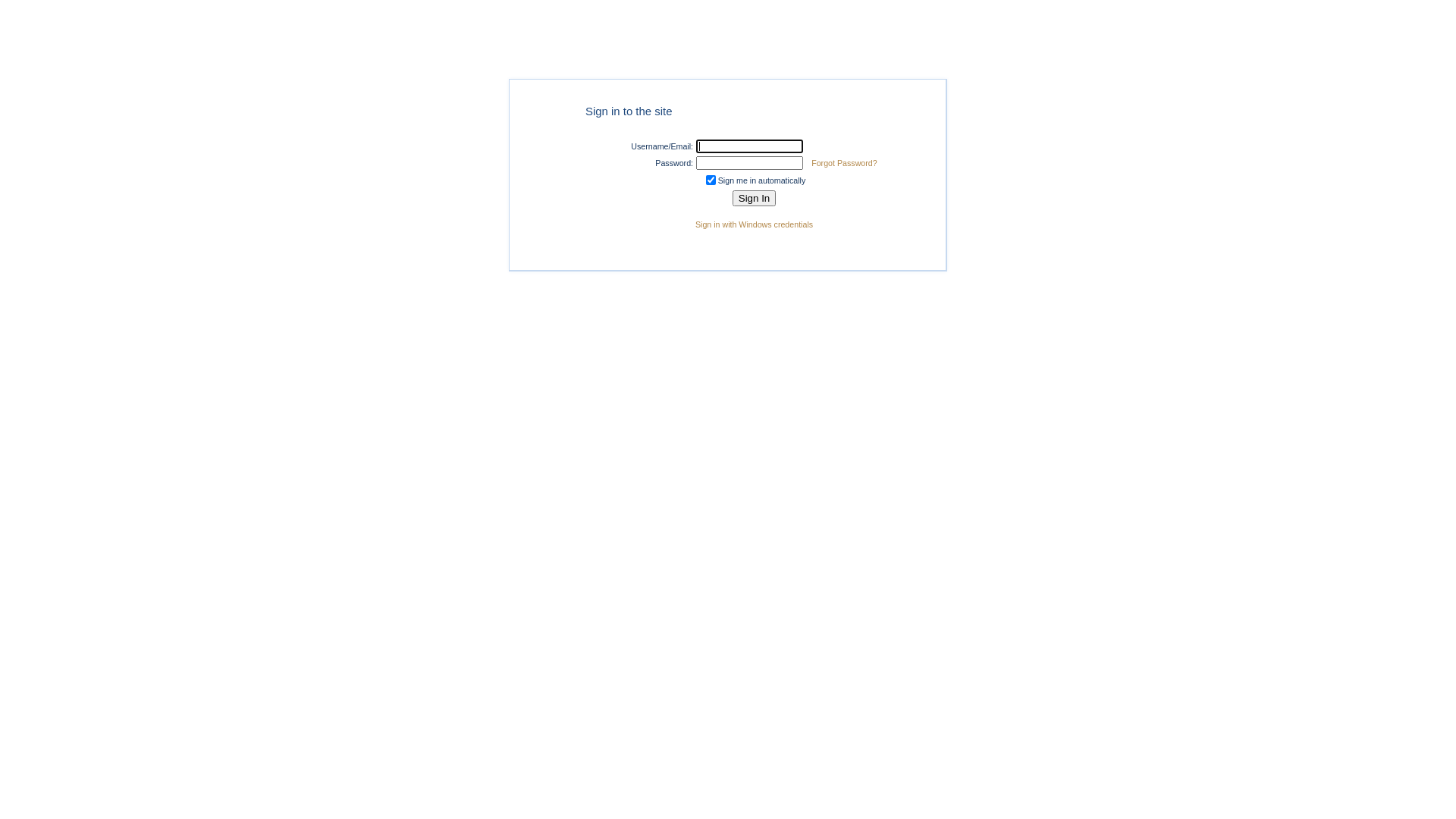 The image size is (1456, 819). I want to click on 'Forgot Password?', so click(843, 163).